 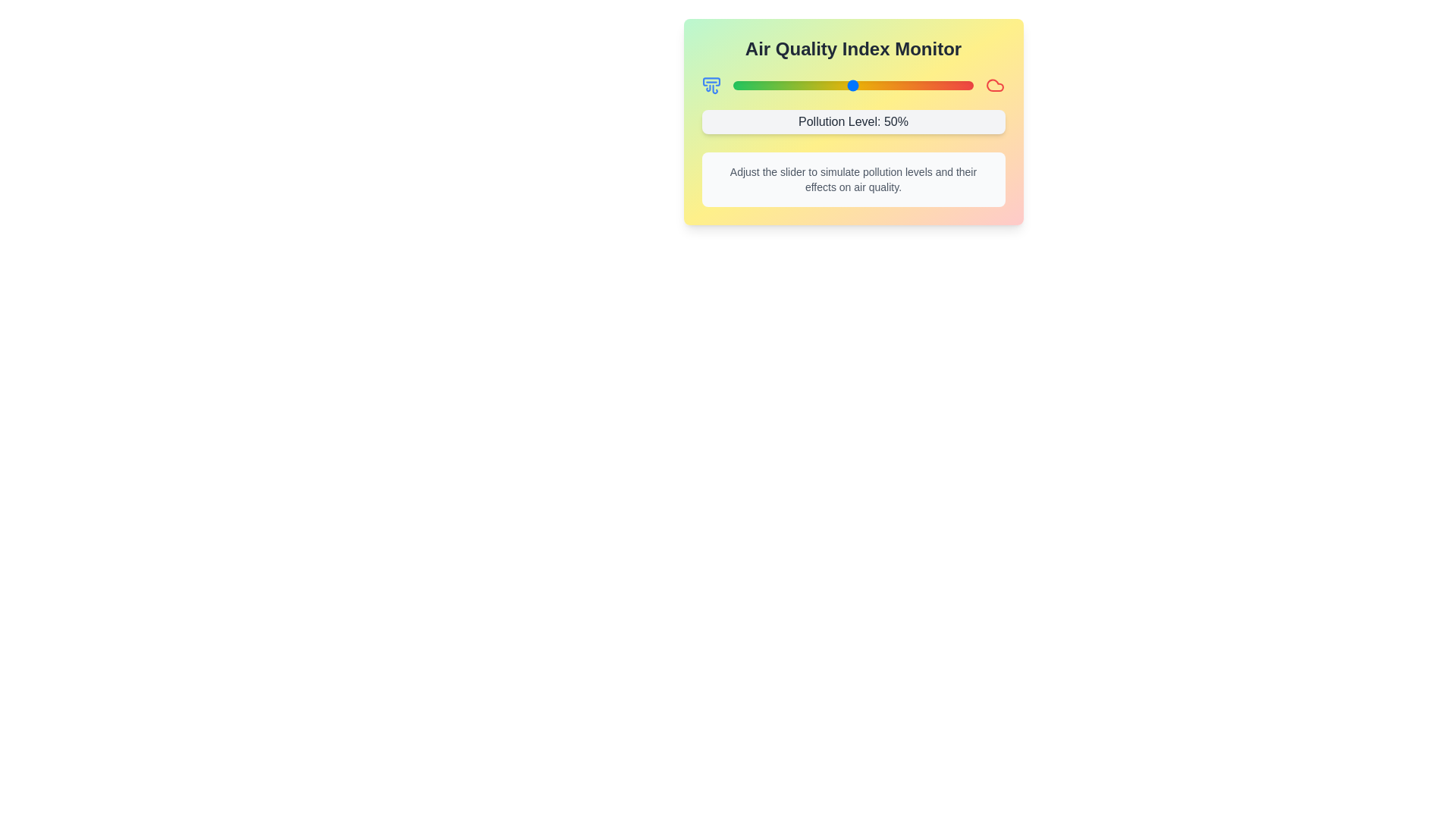 I want to click on the pollution level slider to 55%, so click(x=865, y=85).